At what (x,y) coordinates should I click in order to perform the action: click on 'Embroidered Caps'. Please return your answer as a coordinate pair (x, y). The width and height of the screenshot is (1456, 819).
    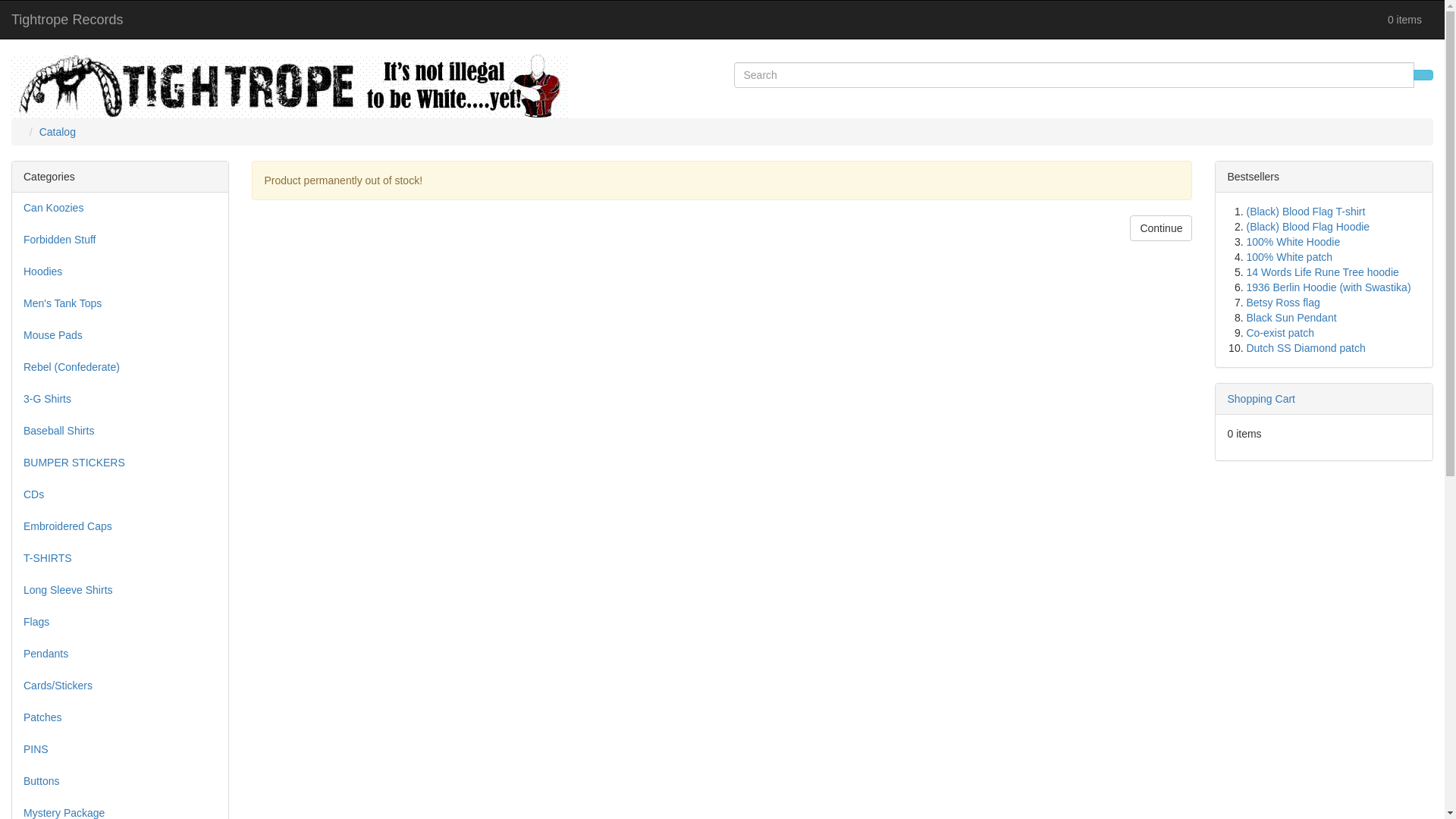
    Looking at the image, I should click on (119, 526).